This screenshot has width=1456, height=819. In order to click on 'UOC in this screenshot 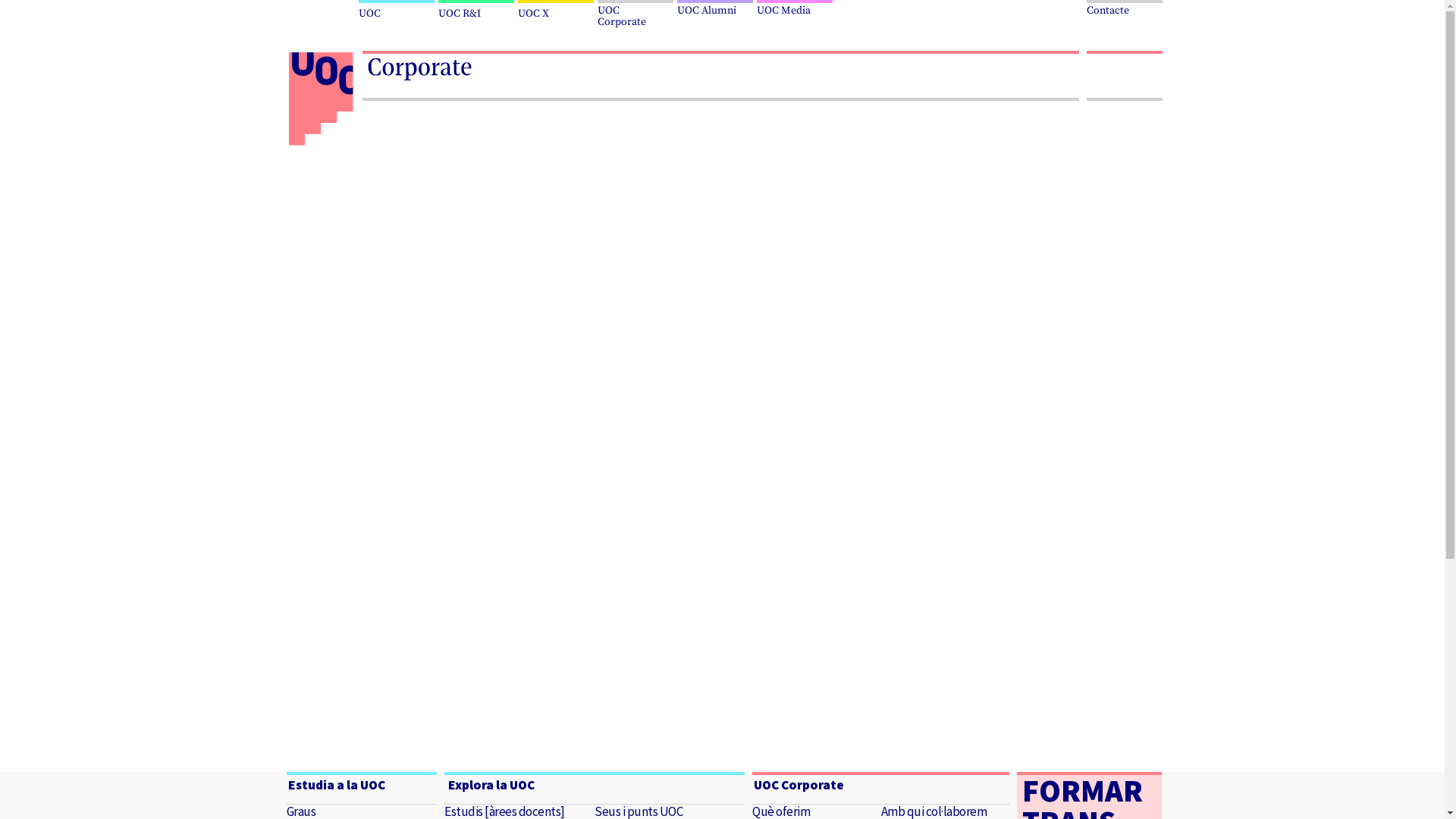, I will do `click(637, 14)`.